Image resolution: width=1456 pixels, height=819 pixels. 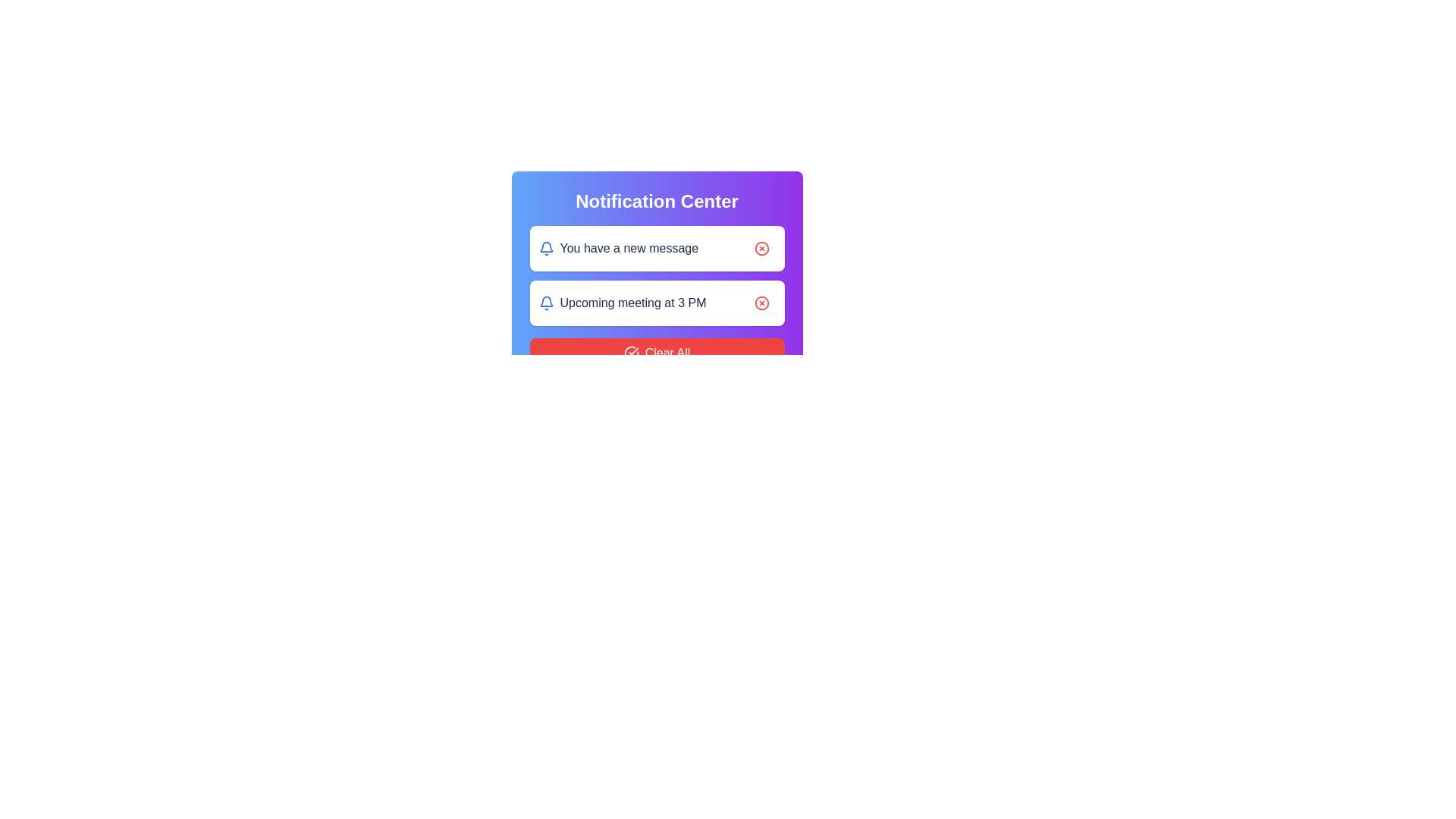 I want to click on the circular icon button with a red border and 'X' symbol located to the right of the 'Upcoming meeting at 3 PM' notification, so click(x=761, y=303).